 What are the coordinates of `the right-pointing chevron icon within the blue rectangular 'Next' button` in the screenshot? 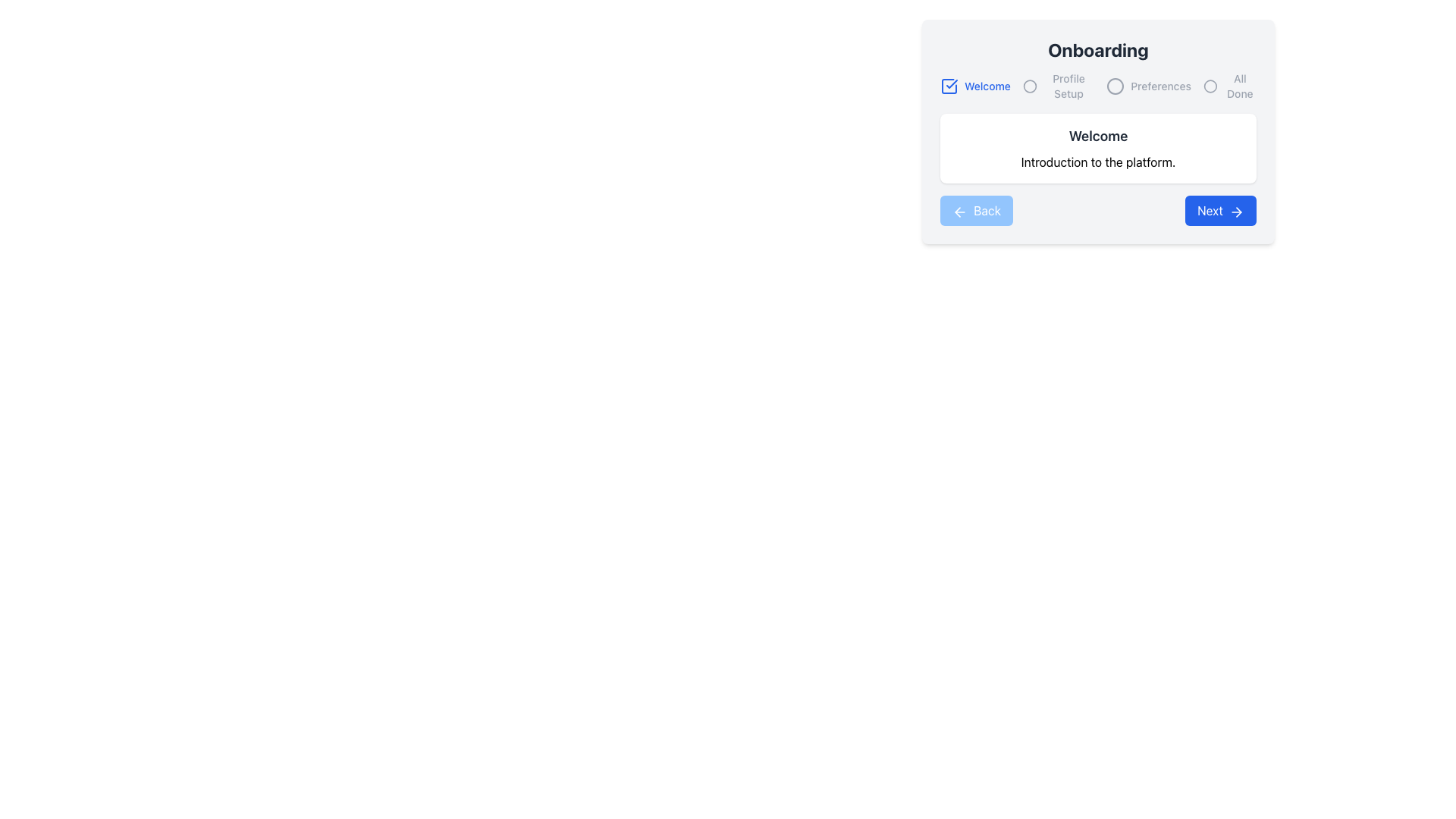 It's located at (1238, 212).